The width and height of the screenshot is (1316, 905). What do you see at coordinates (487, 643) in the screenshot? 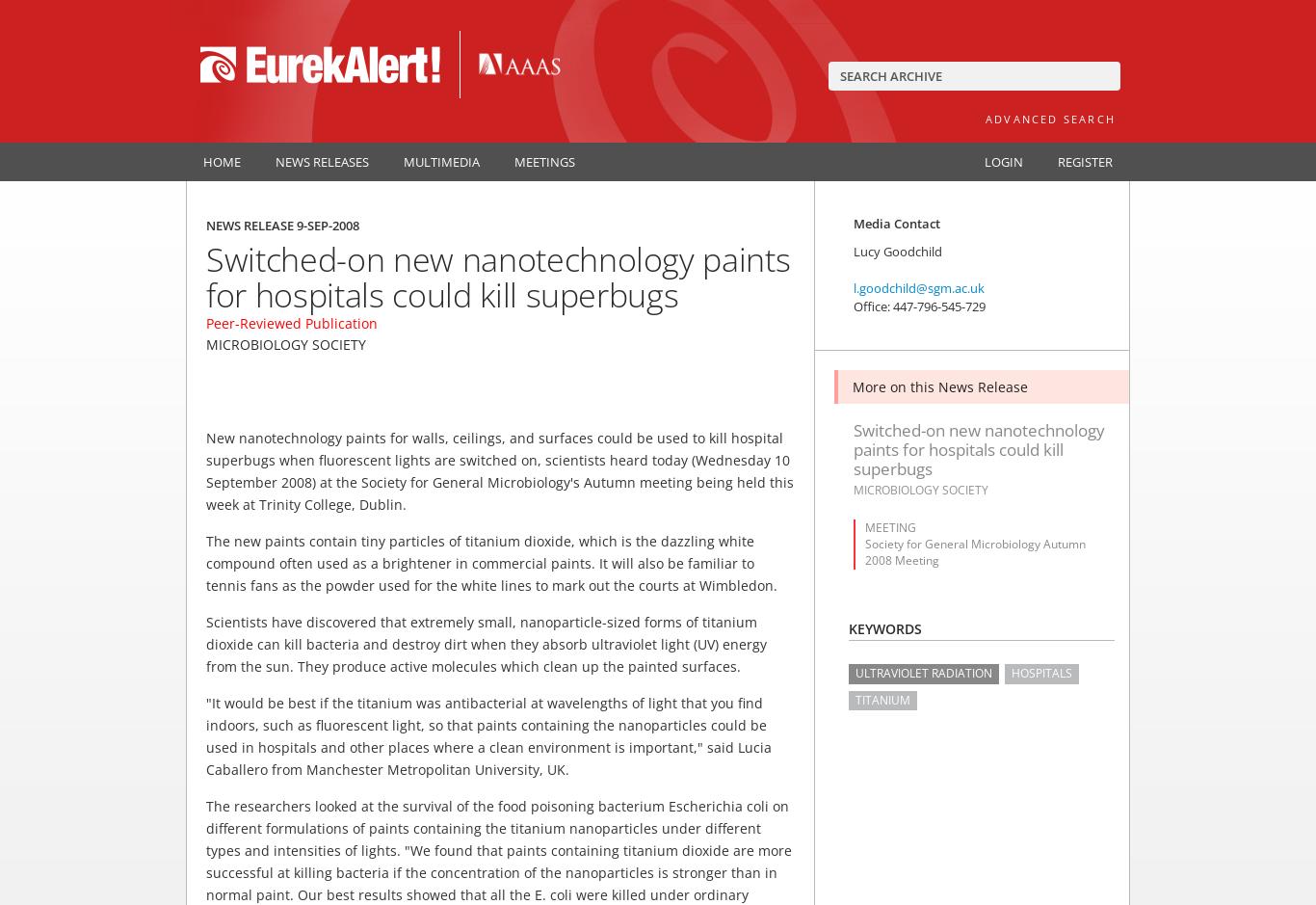
I see `'Scientists have discovered that extremely small, nanoparticle-sized forms of titanium dioxide can kill bacteria and destroy dirt when they absorb ultraviolet light (UV) energy from the sun. They produce active molecules which clean up the painted surfaces.'` at bounding box center [487, 643].